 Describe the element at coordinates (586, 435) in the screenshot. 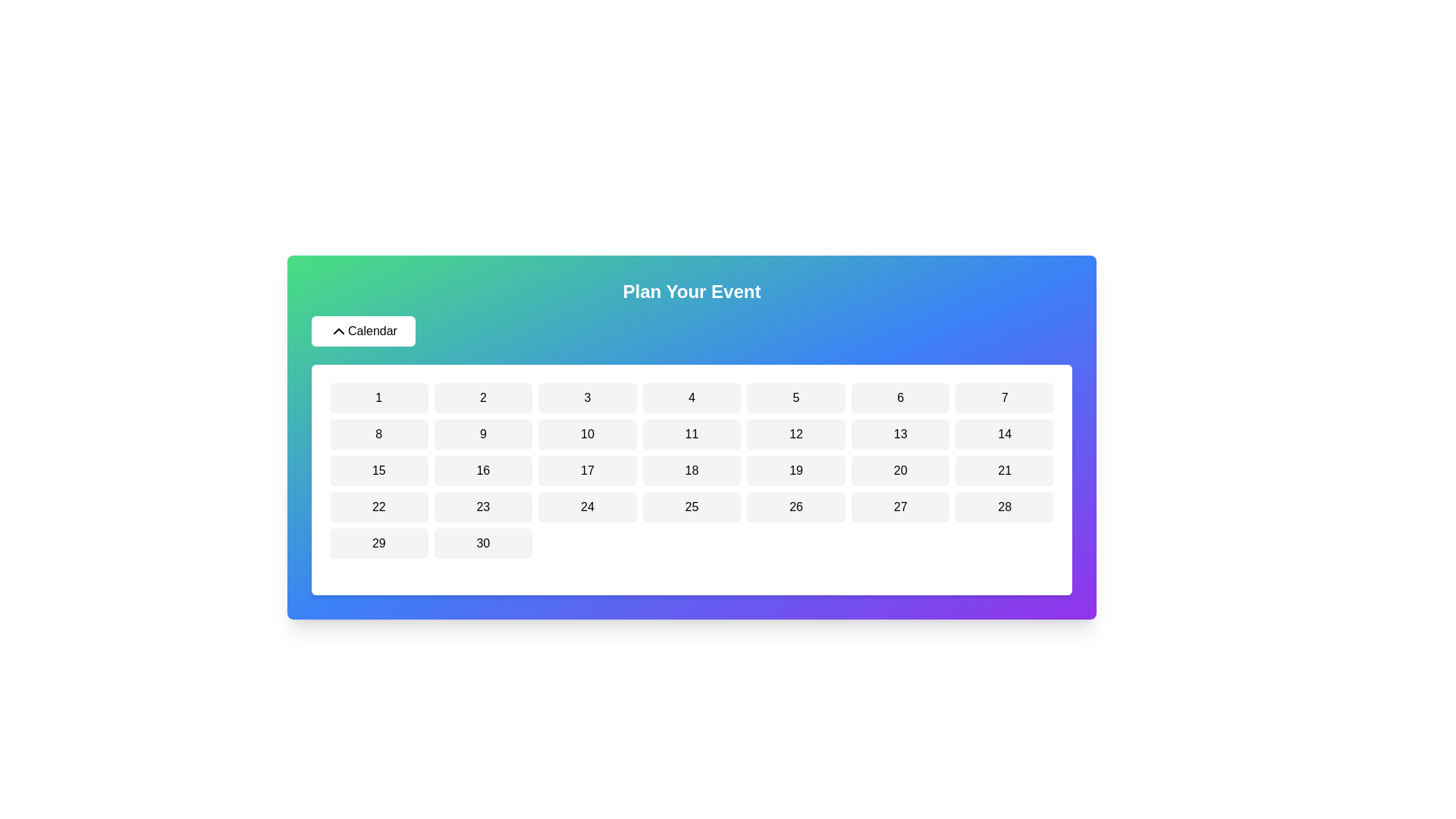

I see `the button displaying '10' in the second row and third column of the grid layout` at that location.